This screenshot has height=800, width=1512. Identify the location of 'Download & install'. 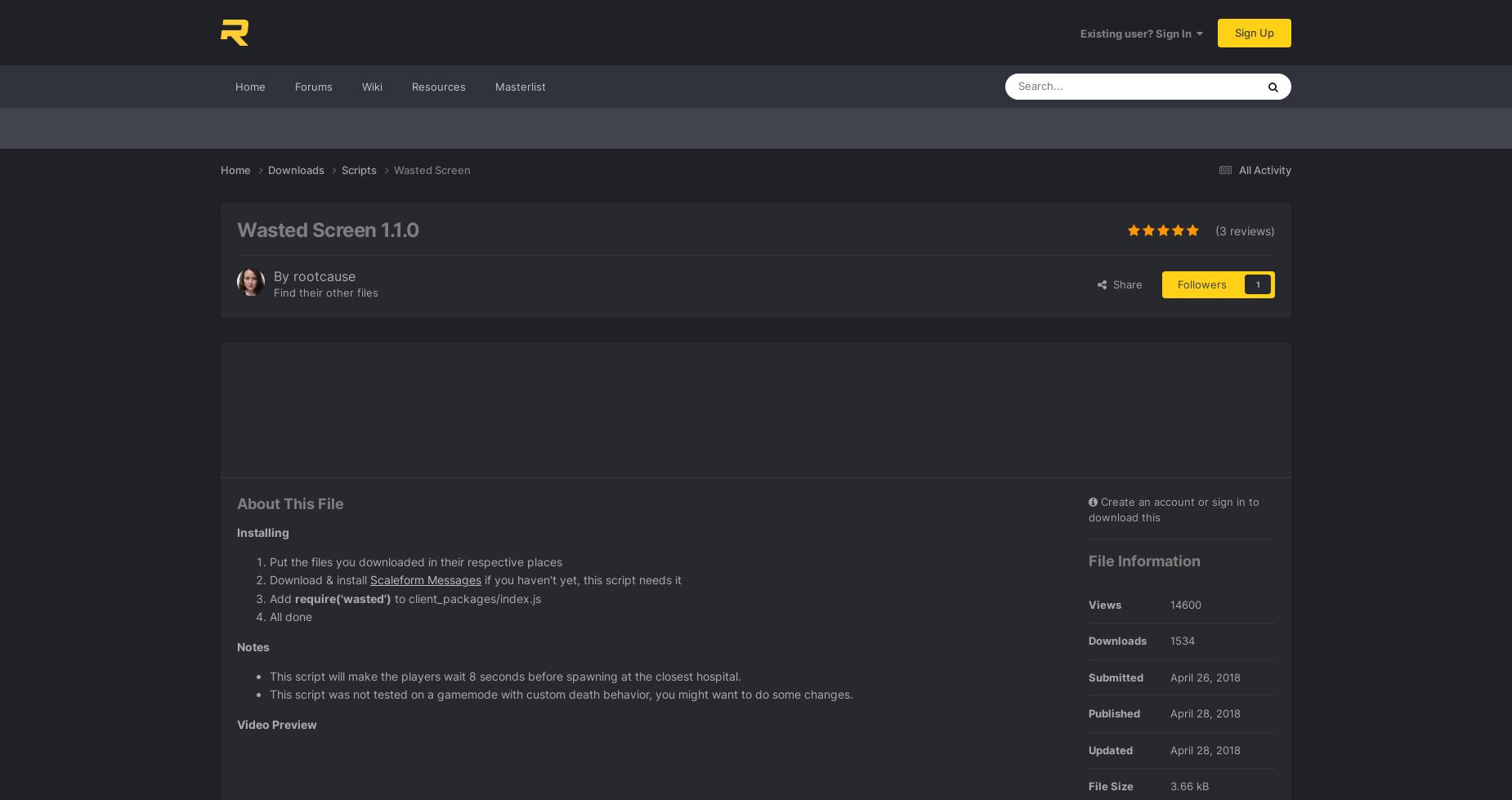
(319, 579).